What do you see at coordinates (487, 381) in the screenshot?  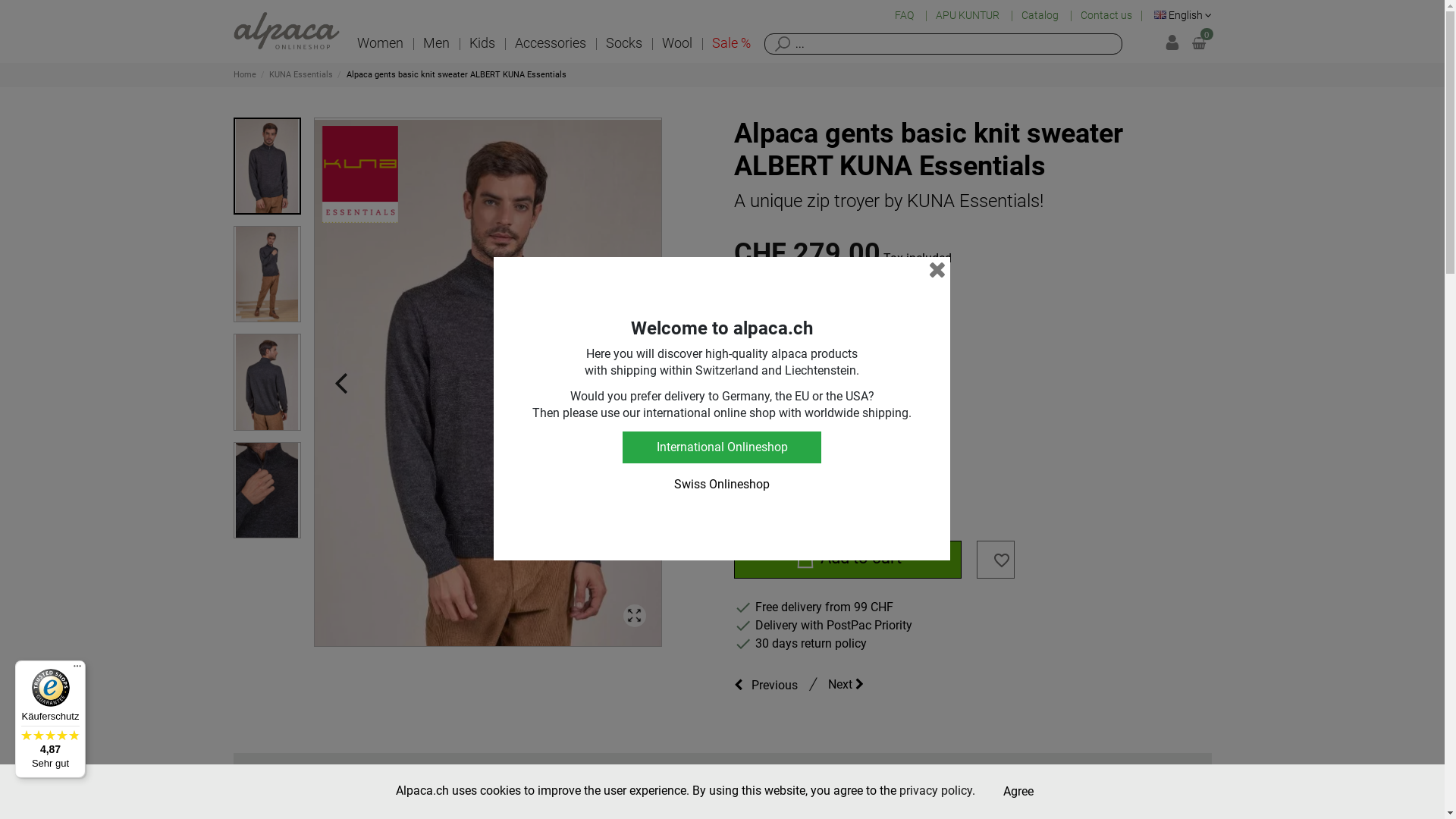 I see `'Alpaka Herren Strick Pullover ALBERT KUNA Essentials'` at bounding box center [487, 381].